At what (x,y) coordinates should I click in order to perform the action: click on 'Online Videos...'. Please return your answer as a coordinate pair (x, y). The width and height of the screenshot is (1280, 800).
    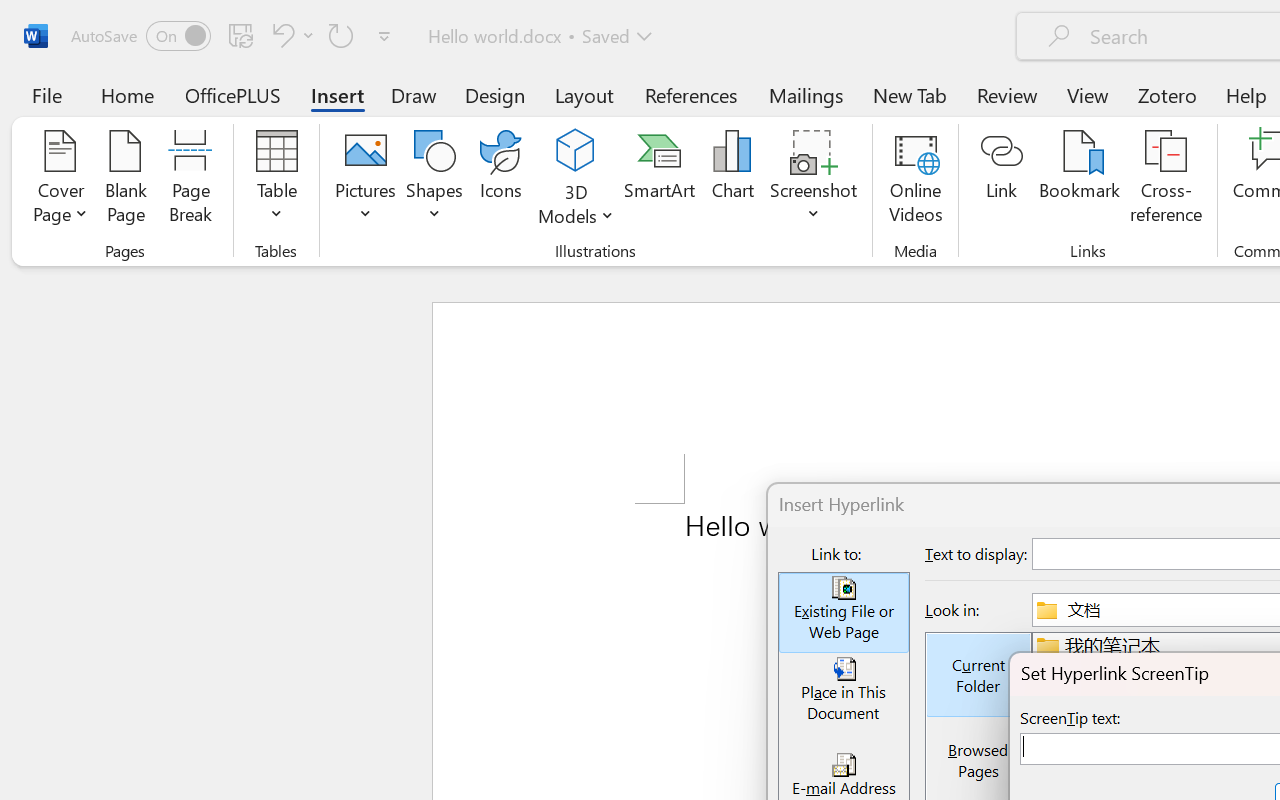
    Looking at the image, I should click on (914, 179).